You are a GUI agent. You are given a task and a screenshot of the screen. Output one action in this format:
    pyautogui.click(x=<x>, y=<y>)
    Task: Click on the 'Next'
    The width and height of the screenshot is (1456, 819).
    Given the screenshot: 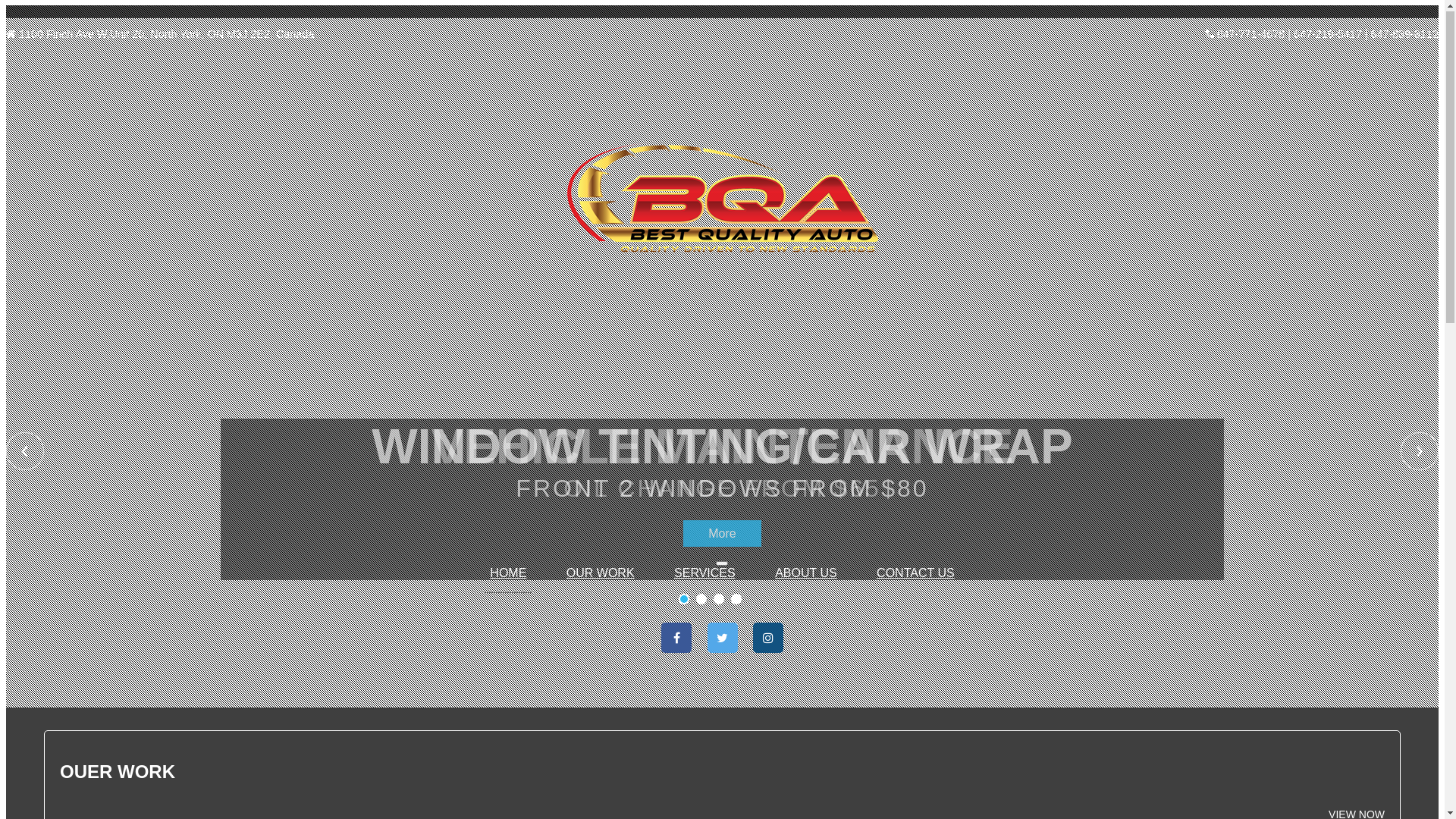 What is the action you would take?
    pyautogui.click(x=1419, y=451)
    